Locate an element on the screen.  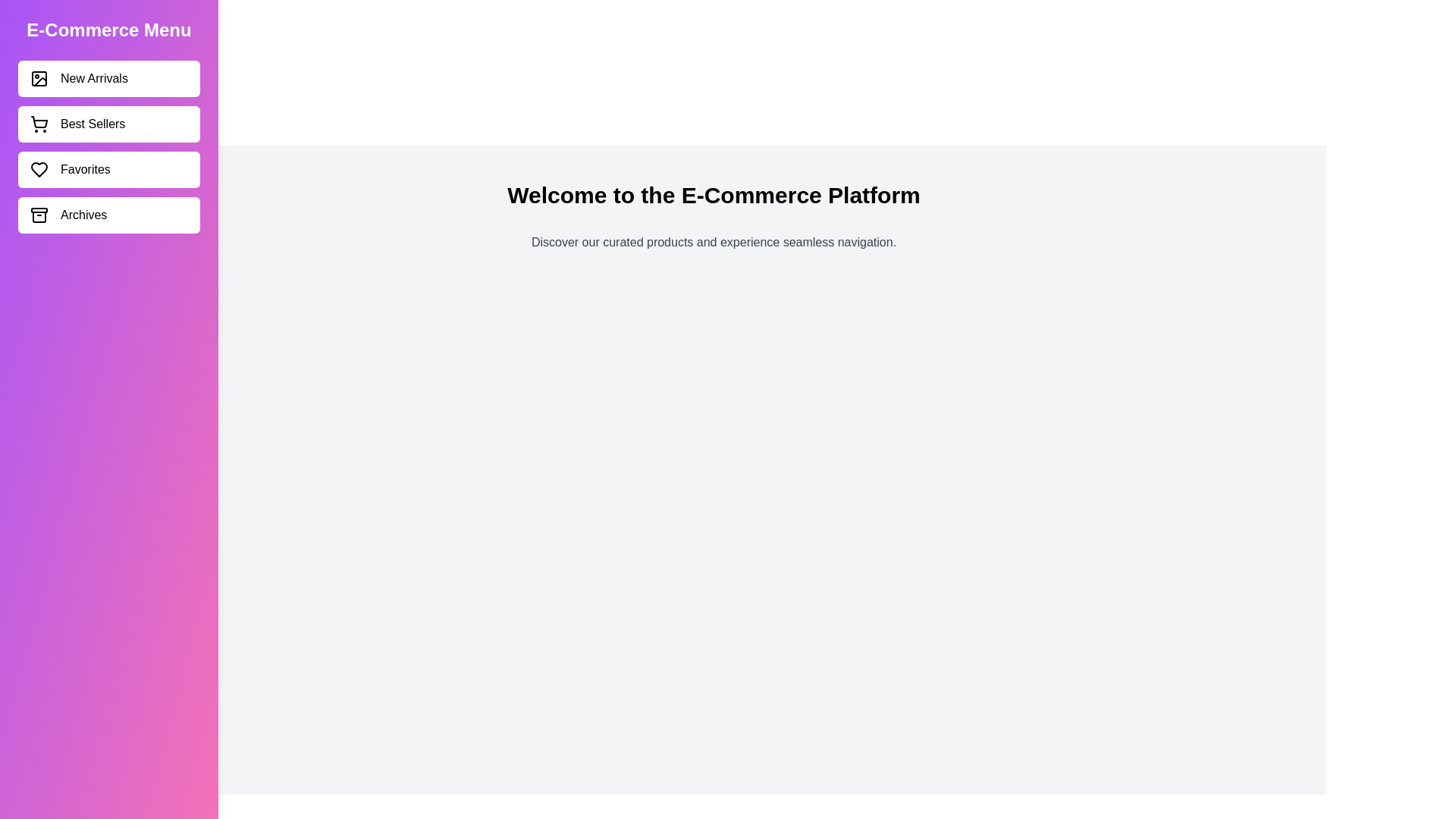
the icon corresponding to New Arrivals in the sidebar is located at coordinates (39, 79).